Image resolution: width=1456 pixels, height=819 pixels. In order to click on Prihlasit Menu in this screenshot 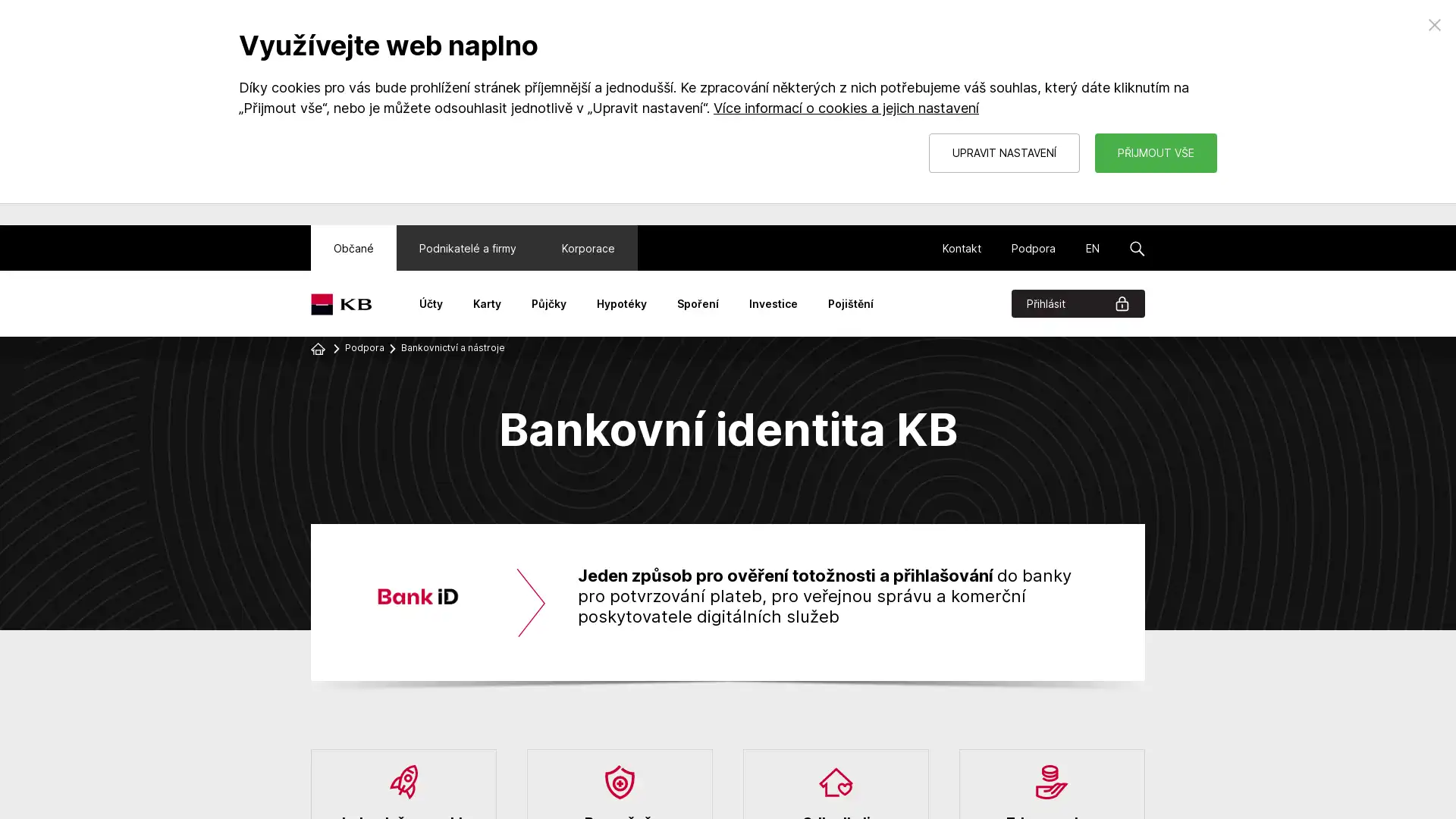, I will do `click(1077, 282)`.